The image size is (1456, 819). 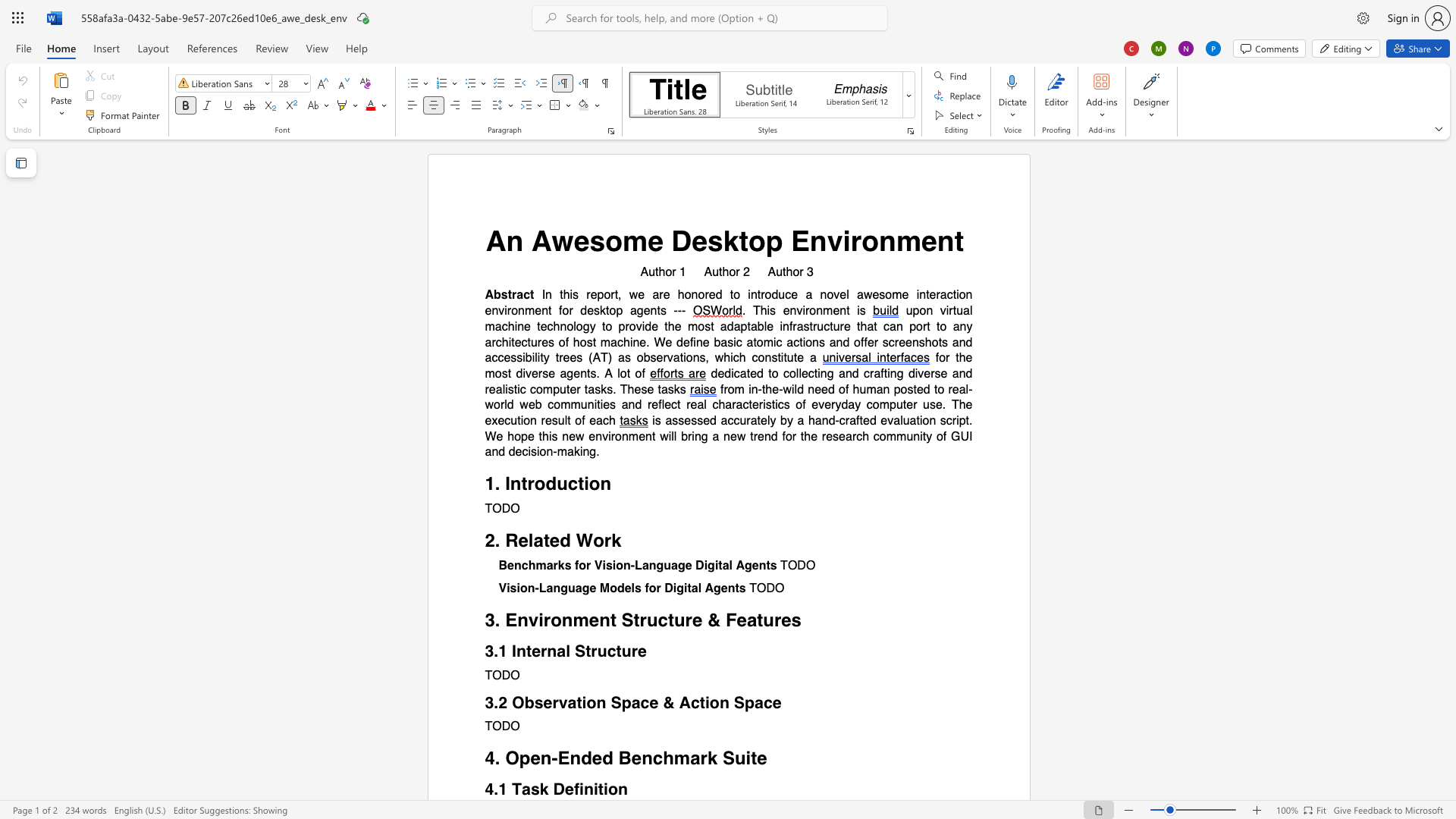 I want to click on the subset text "is" within the text ". This environment is", so click(x=857, y=310).